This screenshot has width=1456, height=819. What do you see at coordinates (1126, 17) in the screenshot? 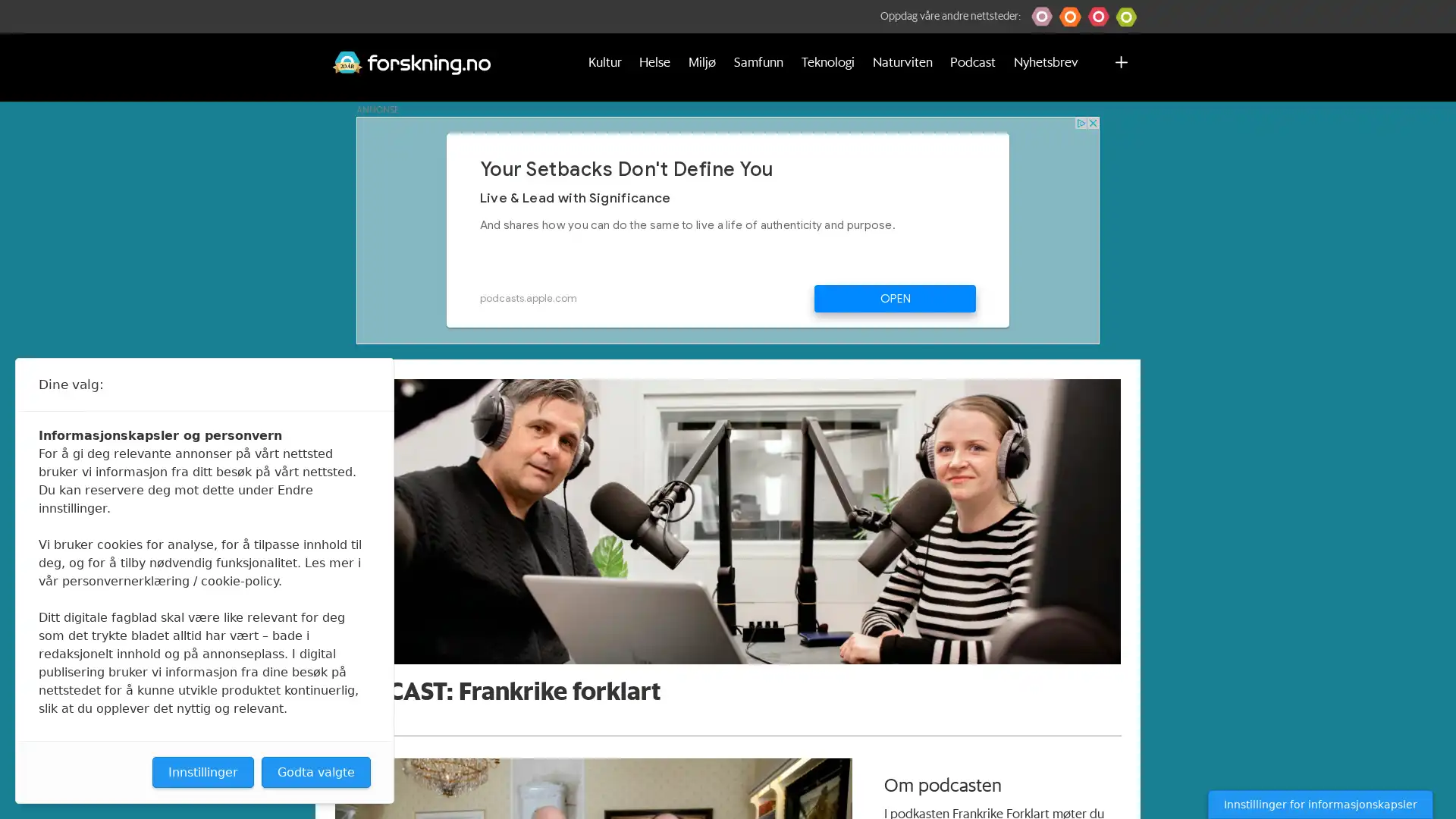
I see `logo for stilling.forskning.no` at bounding box center [1126, 17].